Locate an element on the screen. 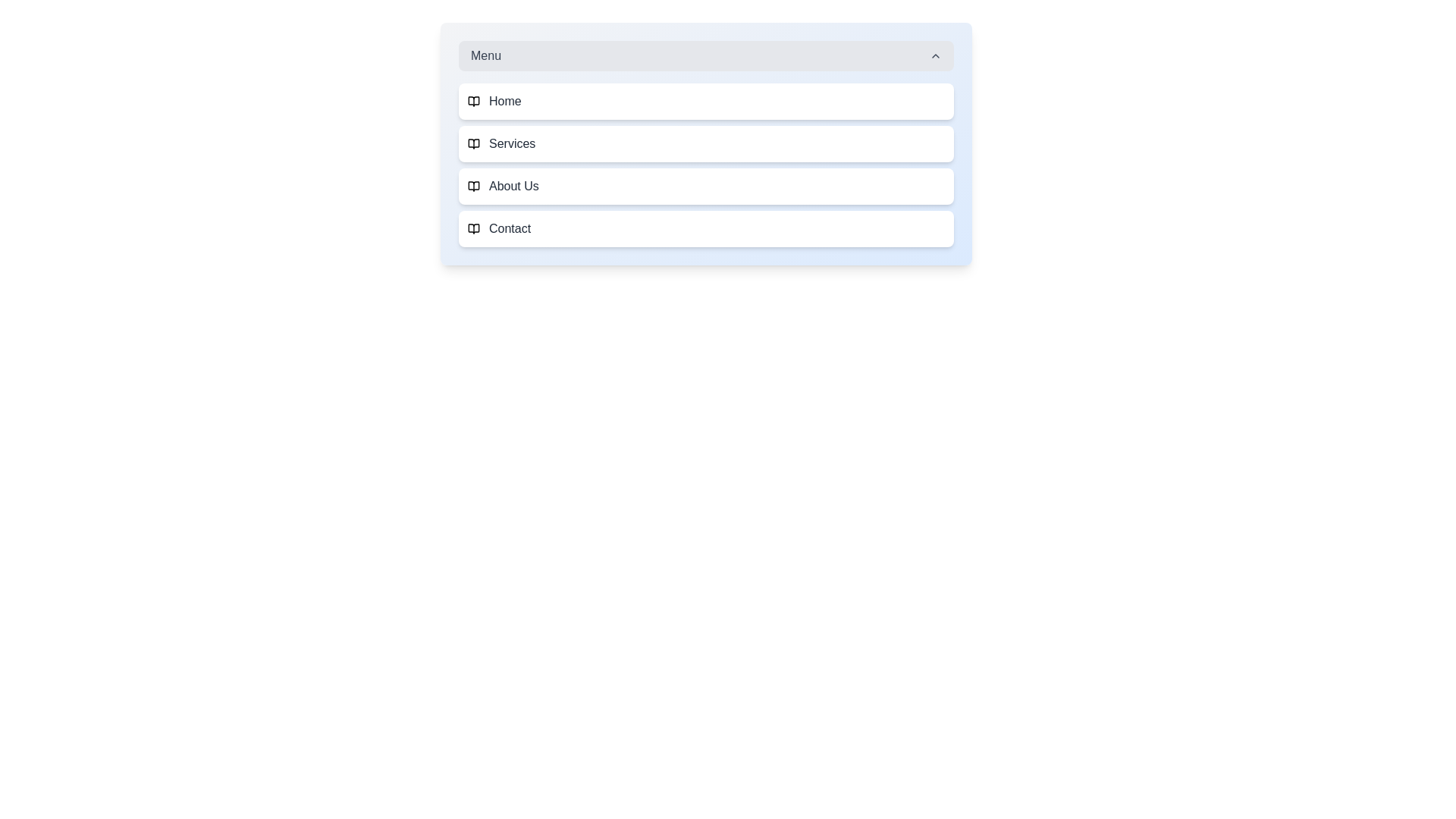 This screenshot has height=819, width=1456. the open book icon in the 'Contact' menu item, which is located towards the left of the text label is located at coordinates (472, 228).